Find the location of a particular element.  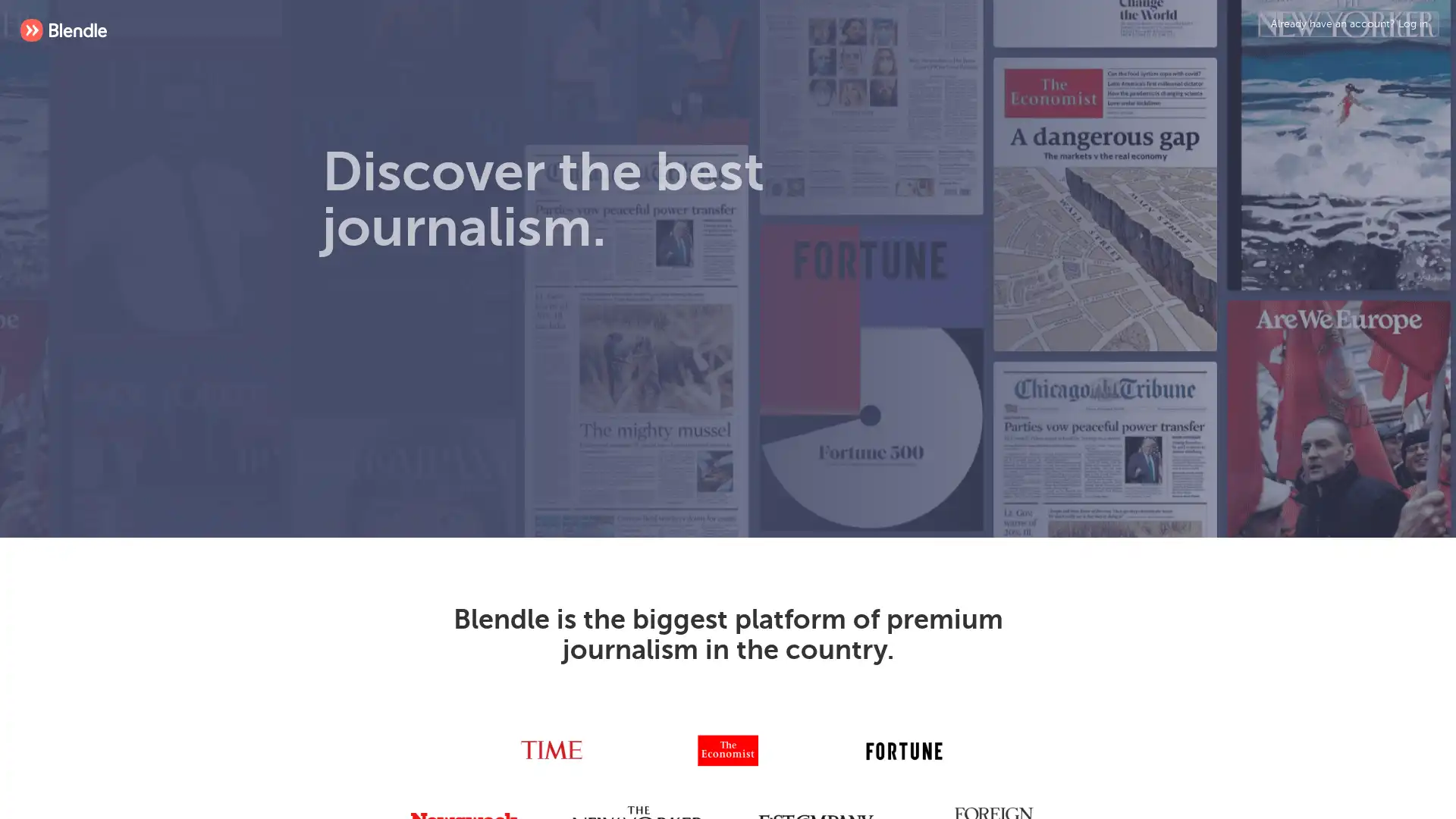

Sign me up is located at coordinates (601, 397).